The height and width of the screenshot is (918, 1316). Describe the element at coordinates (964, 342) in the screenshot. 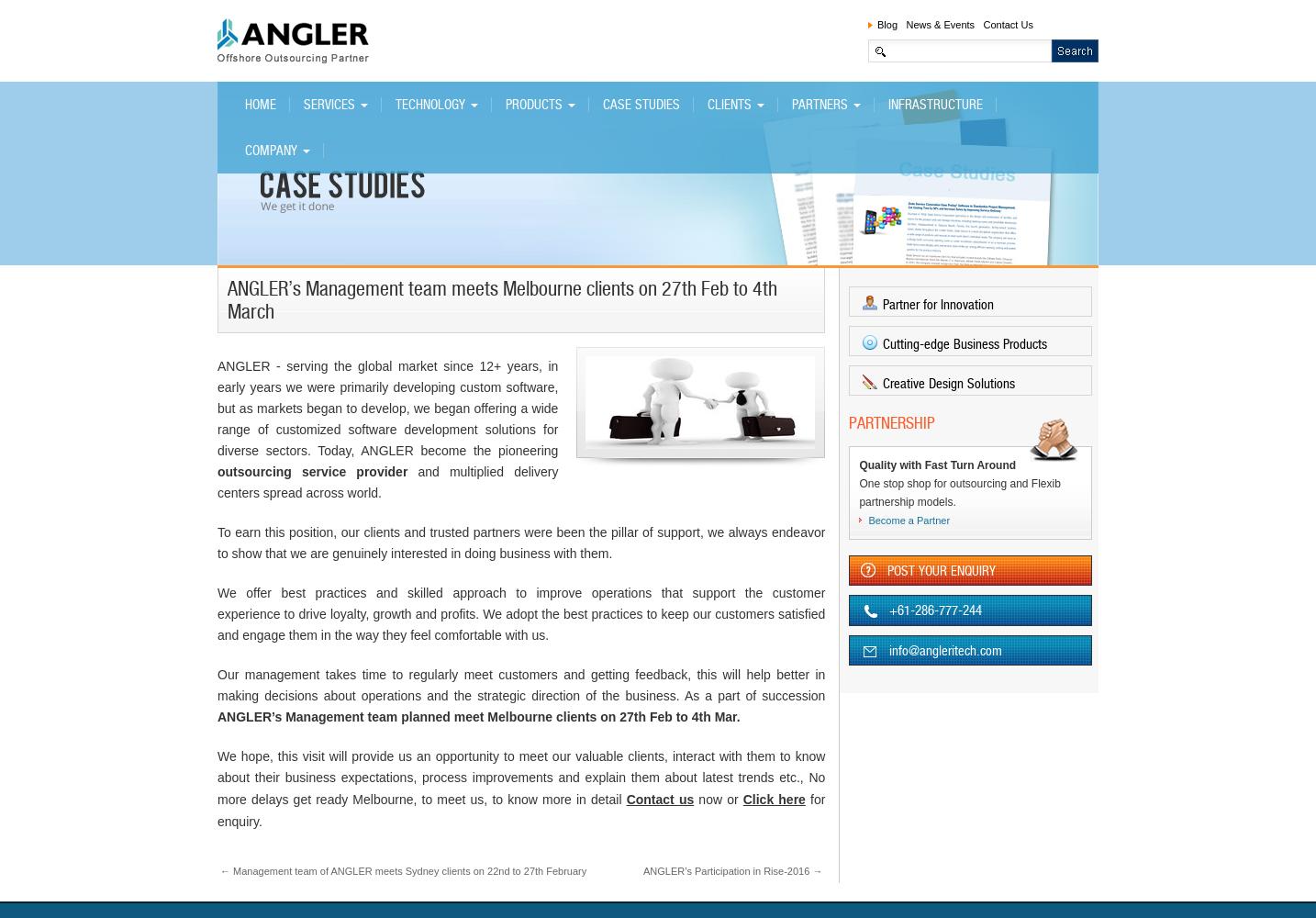

I see `'Cutting-edge Business Products'` at that location.